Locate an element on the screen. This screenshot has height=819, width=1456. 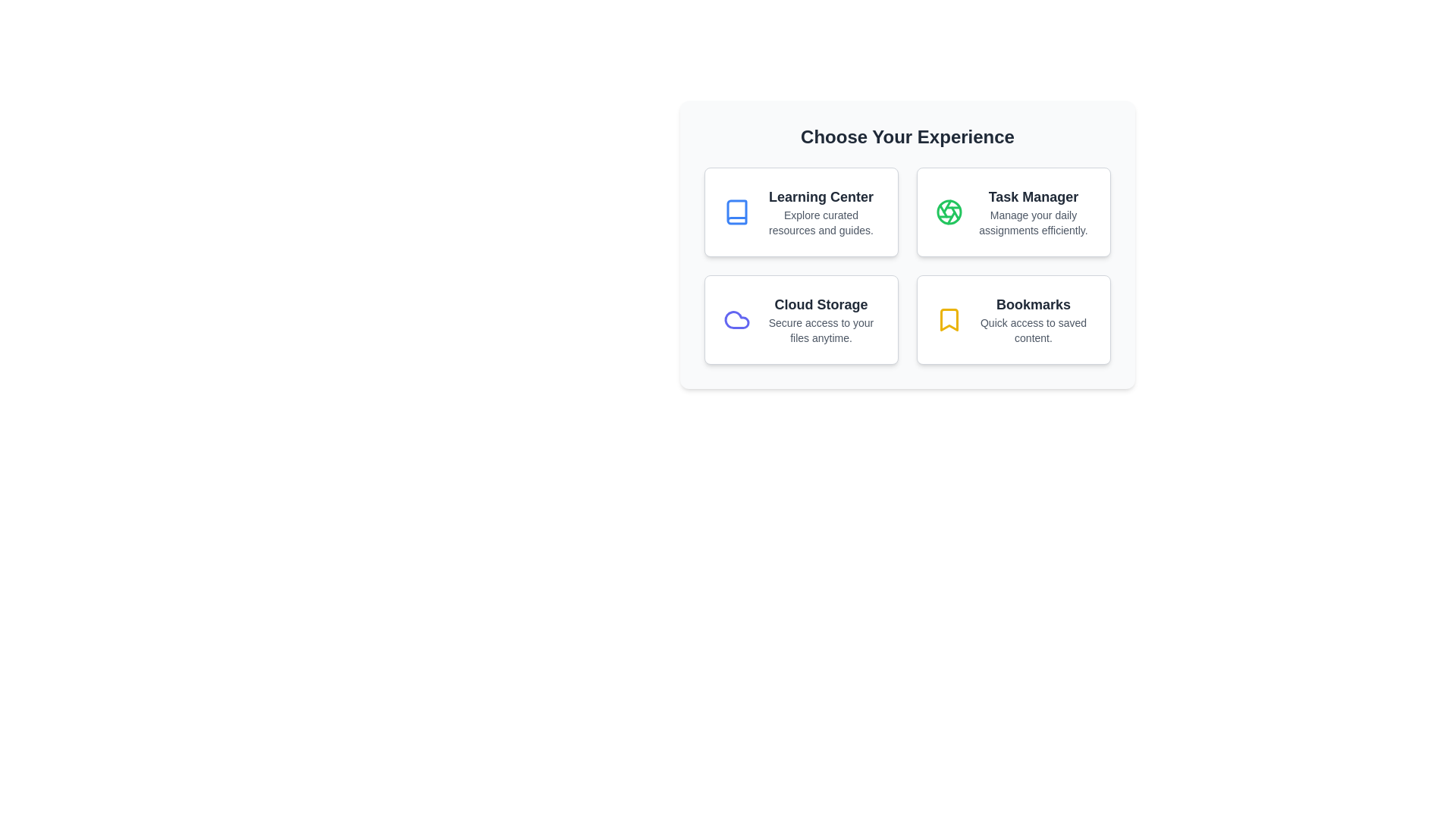
the blue cloud icon in the bottom-left quadrant of the 'Cloud Storage' options grid is located at coordinates (736, 318).